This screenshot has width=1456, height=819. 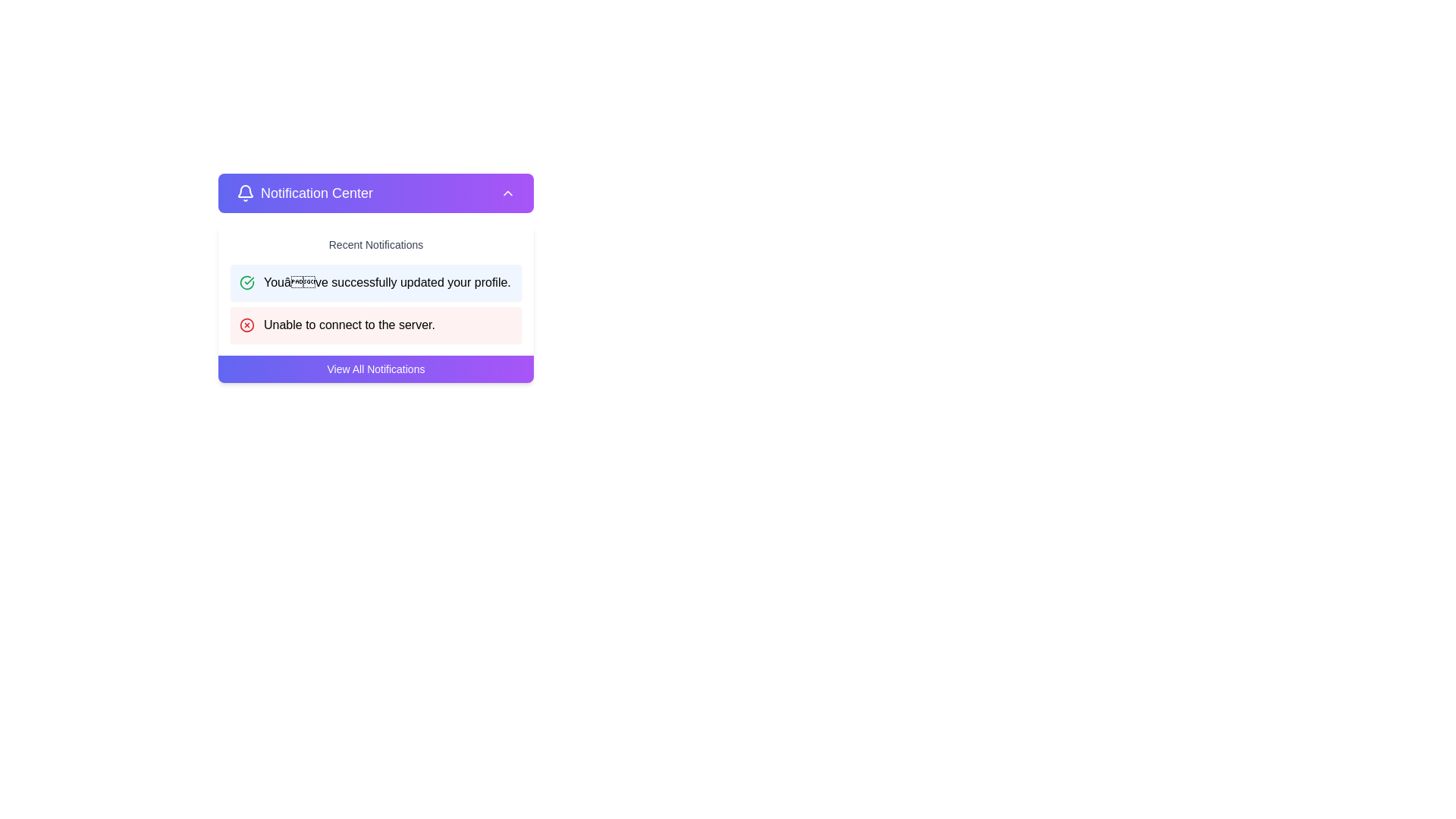 What do you see at coordinates (375, 278) in the screenshot?
I see `notification message displayed as the first entry below the 'Recent Notifications' heading in the notification center` at bounding box center [375, 278].